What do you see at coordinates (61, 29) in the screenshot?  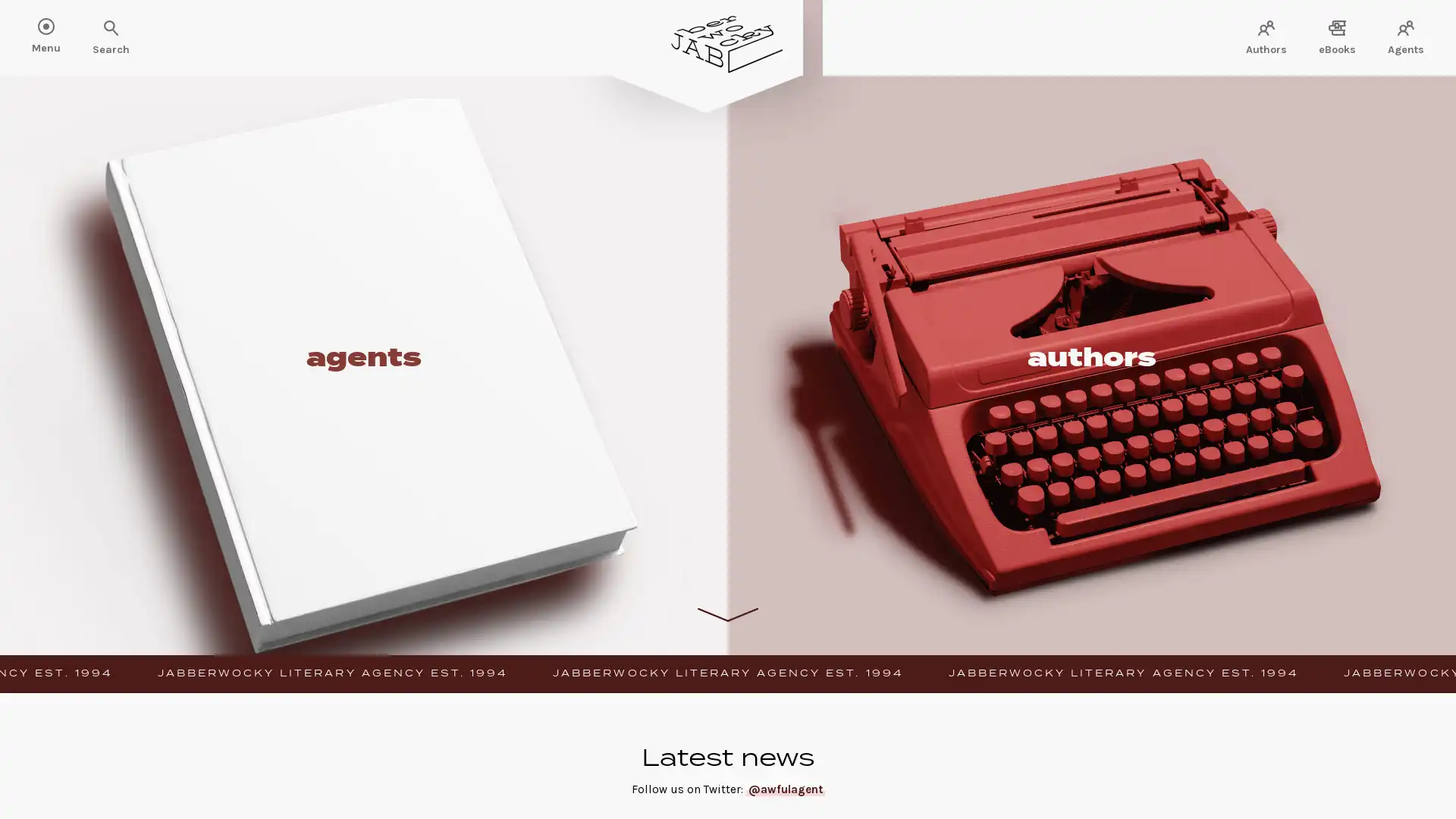 I see `Search` at bounding box center [61, 29].